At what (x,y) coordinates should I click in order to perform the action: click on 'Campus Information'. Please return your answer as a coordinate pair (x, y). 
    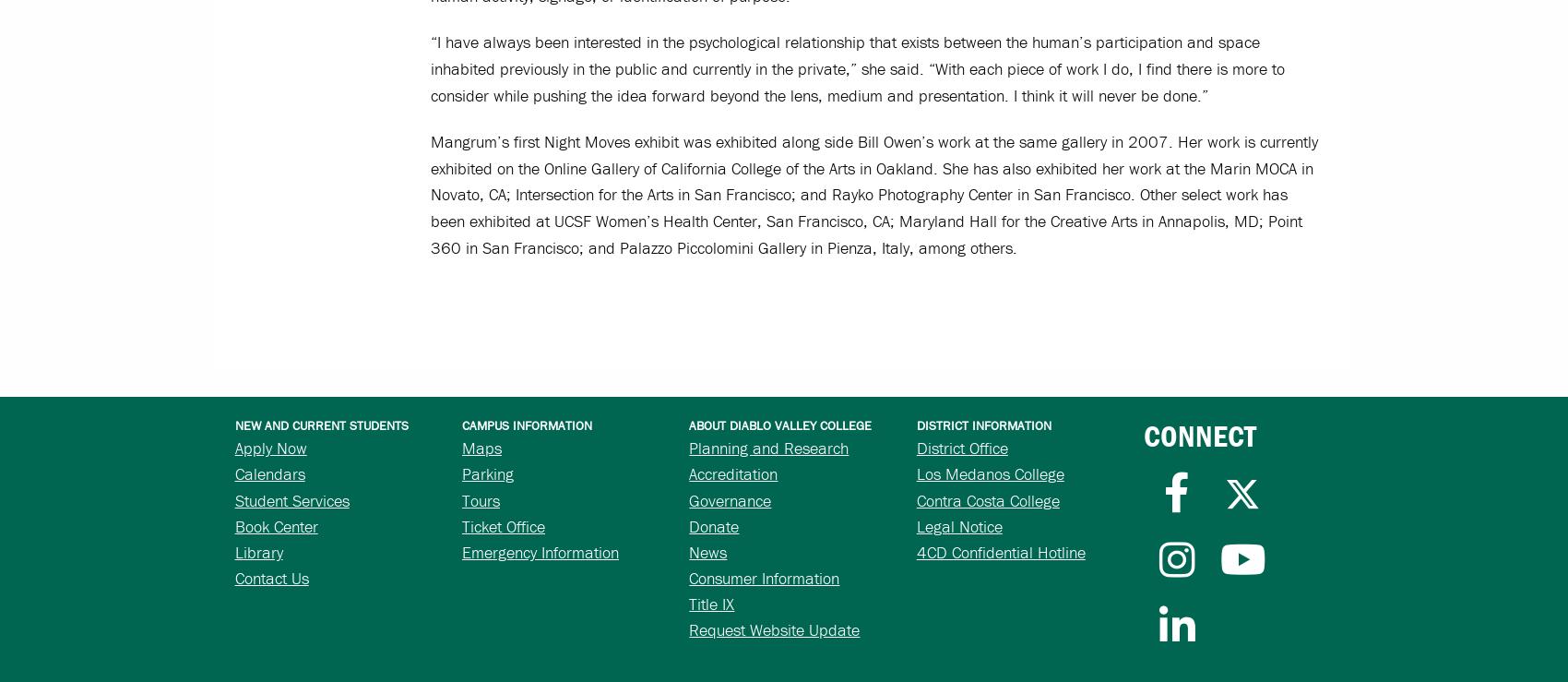
    Looking at the image, I should click on (526, 425).